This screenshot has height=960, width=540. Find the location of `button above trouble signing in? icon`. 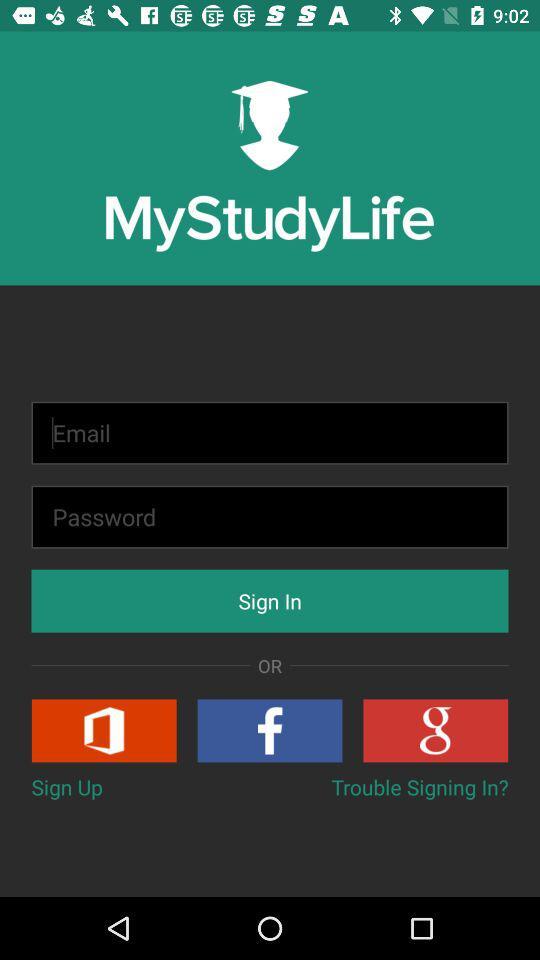

button above trouble signing in? icon is located at coordinates (270, 729).